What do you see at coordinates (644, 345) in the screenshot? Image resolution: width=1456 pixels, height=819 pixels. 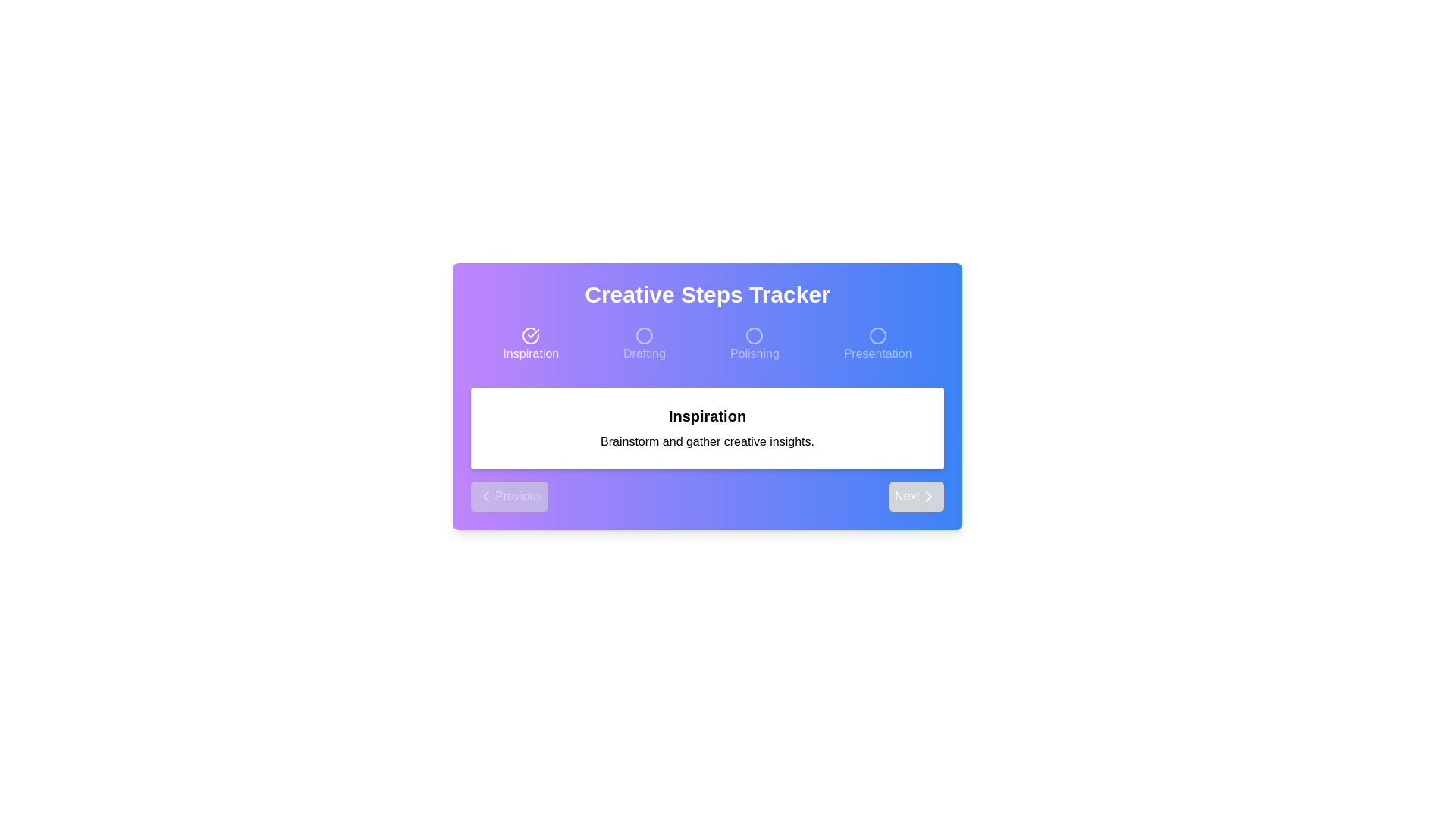 I see `the step Drafting in the progress tracker` at bounding box center [644, 345].